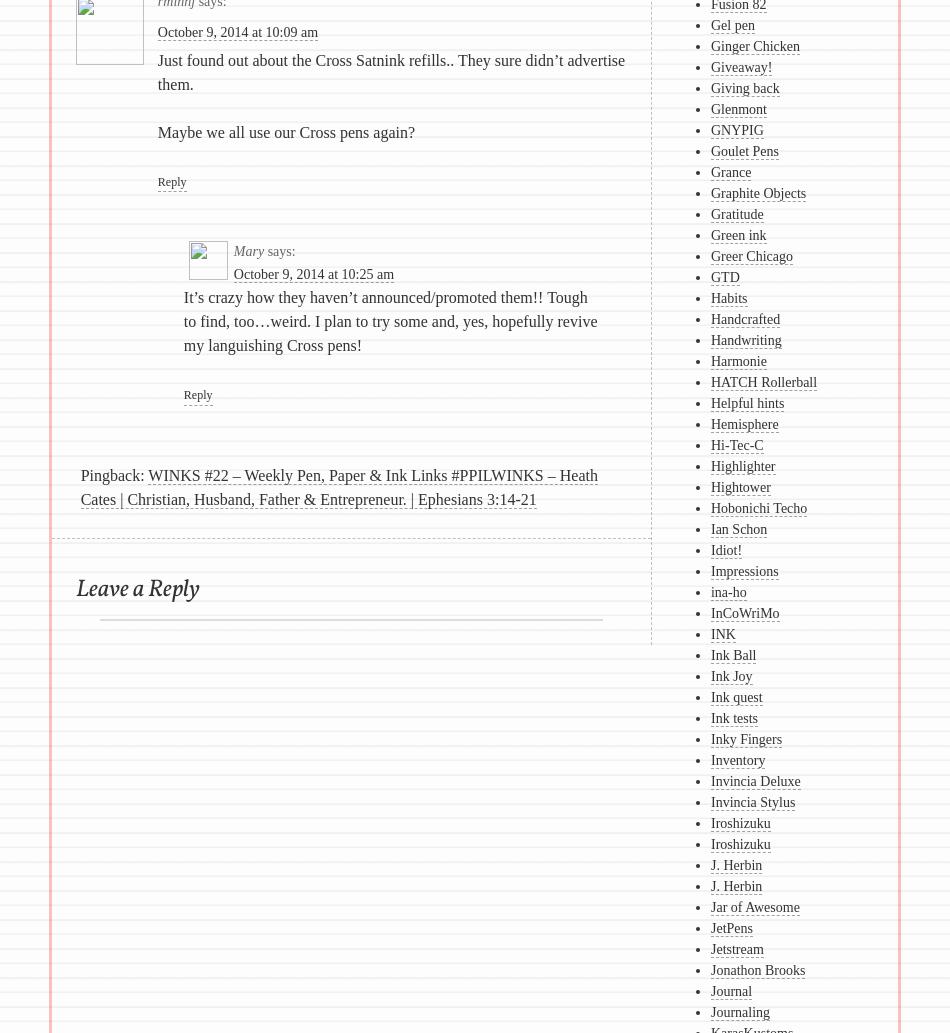 Image resolution: width=950 pixels, height=1033 pixels. Describe the element at coordinates (710, 361) in the screenshot. I see `'Harmonie'` at that location.